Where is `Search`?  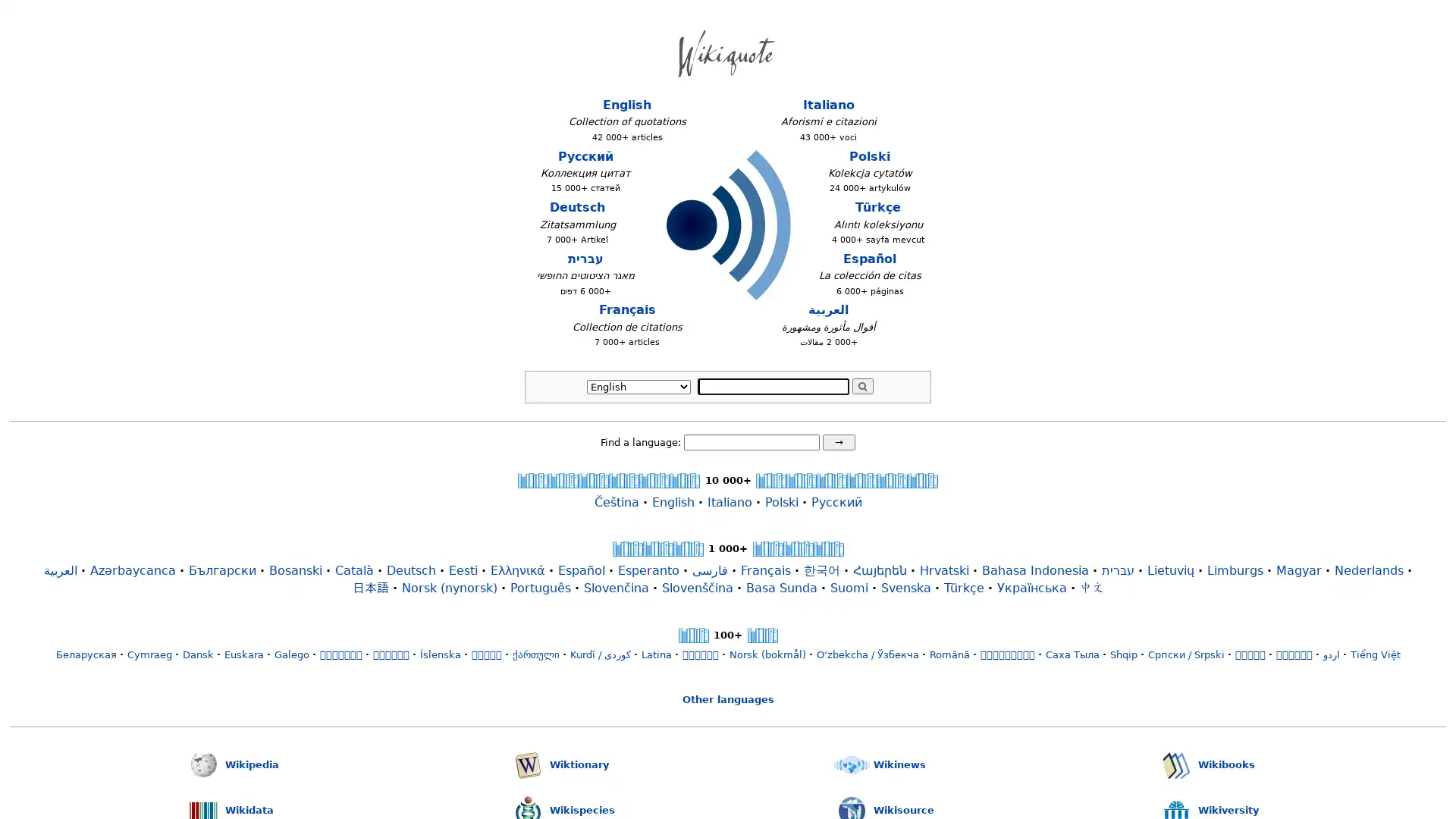
Search is located at coordinates (862, 385).